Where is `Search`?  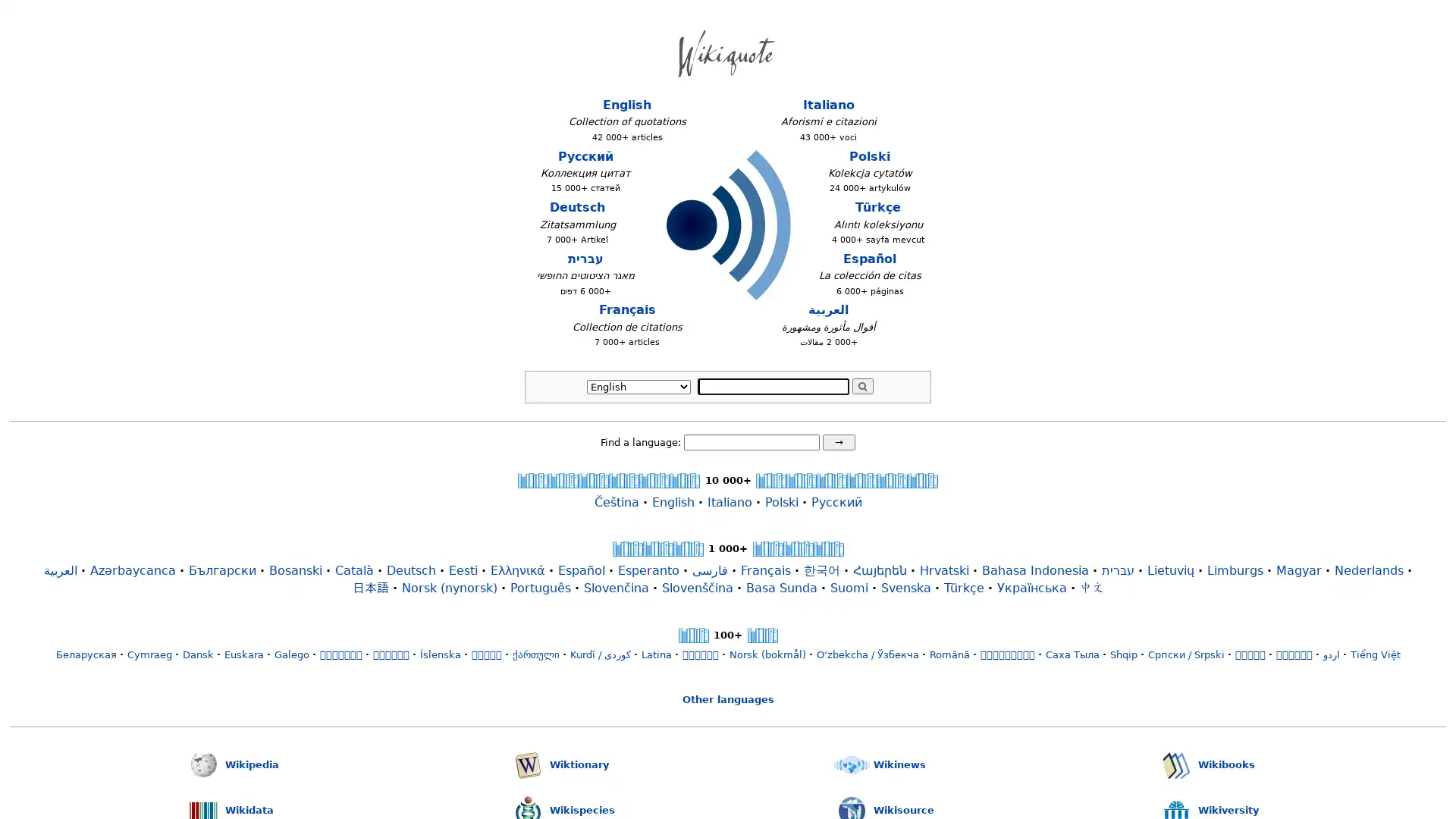
Search is located at coordinates (862, 385).